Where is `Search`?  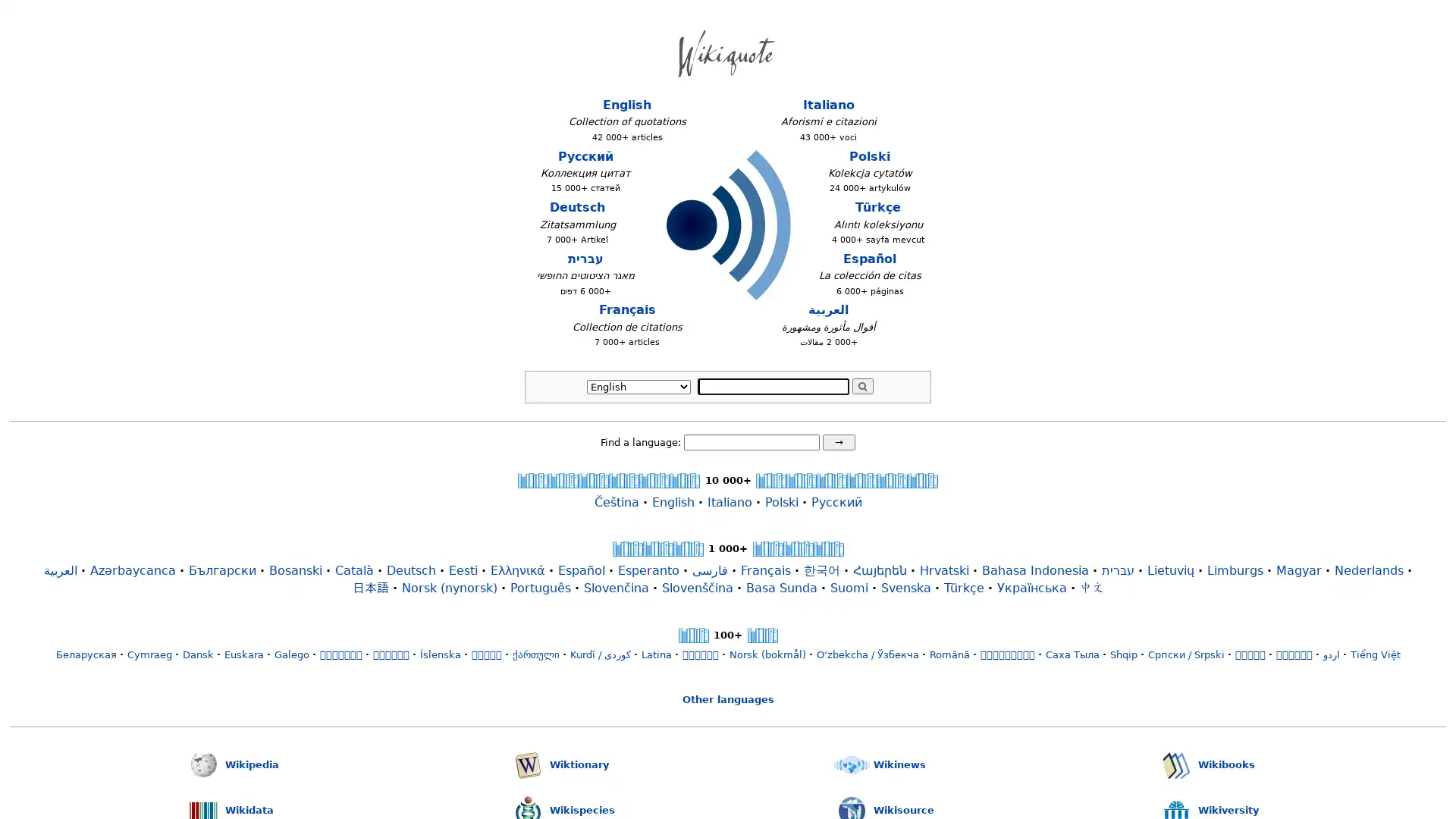
Search is located at coordinates (862, 385).